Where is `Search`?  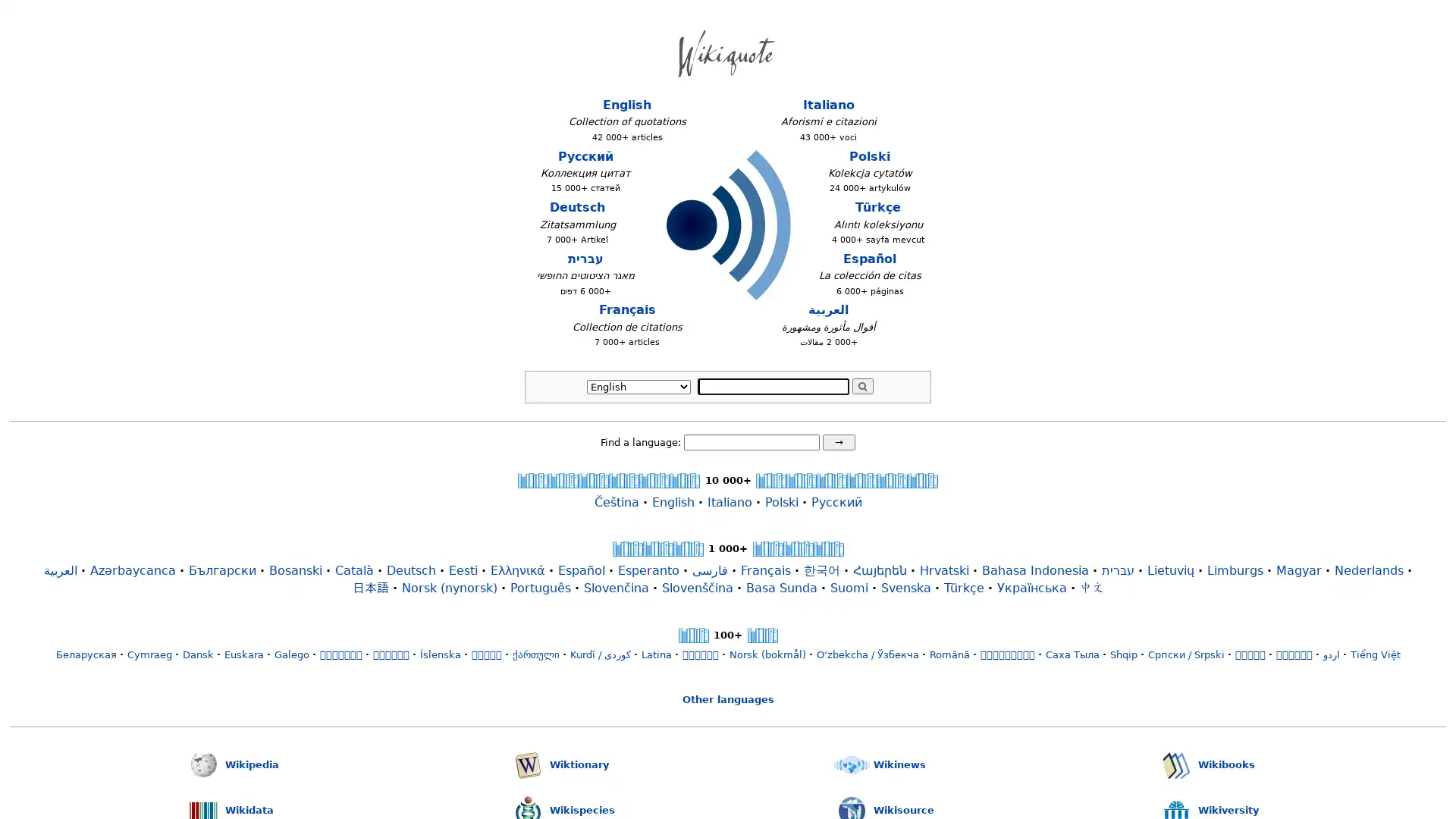
Search is located at coordinates (862, 385).